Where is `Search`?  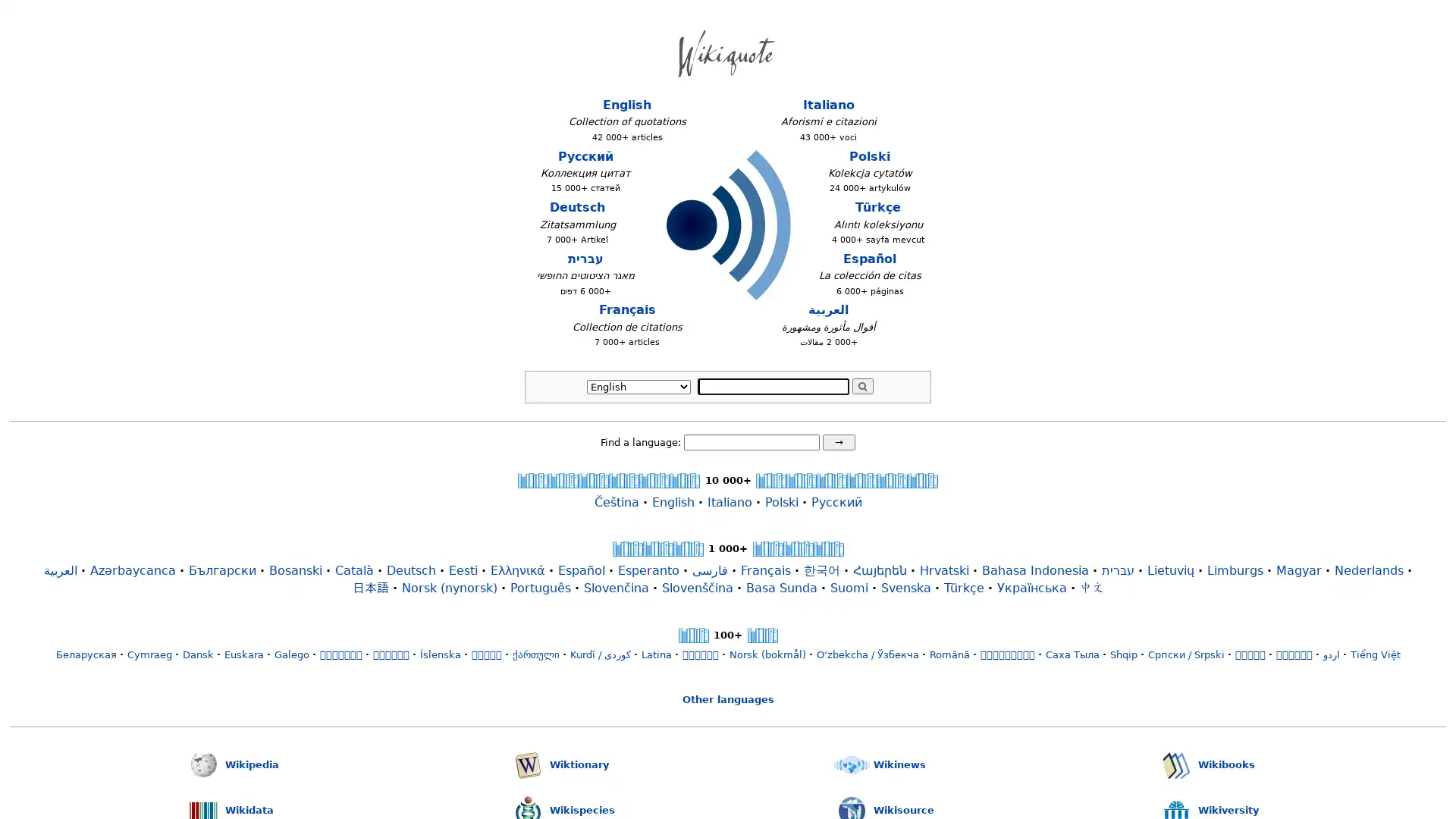
Search is located at coordinates (862, 385).